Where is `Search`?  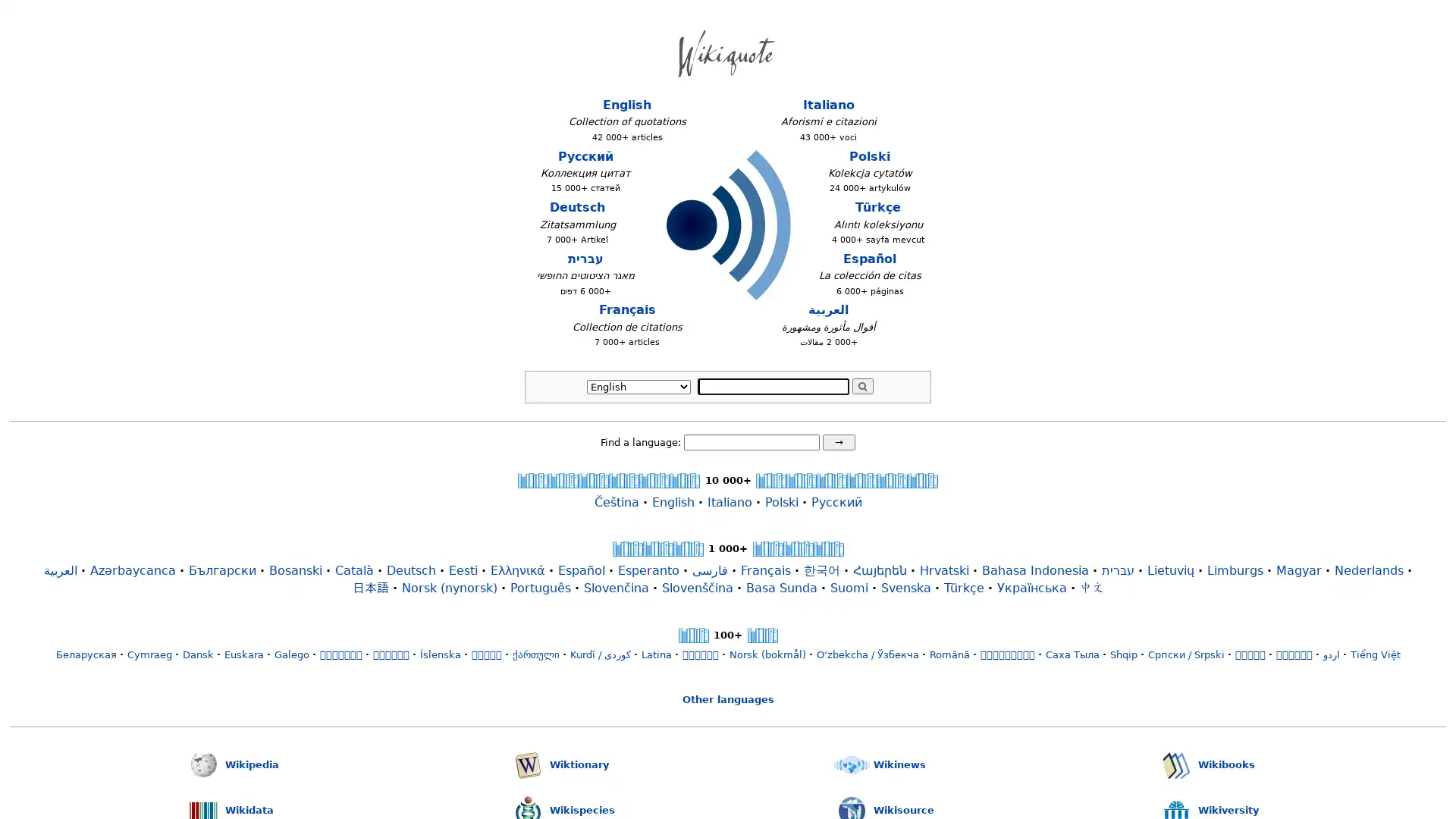
Search is located at coordinates (862, 385).